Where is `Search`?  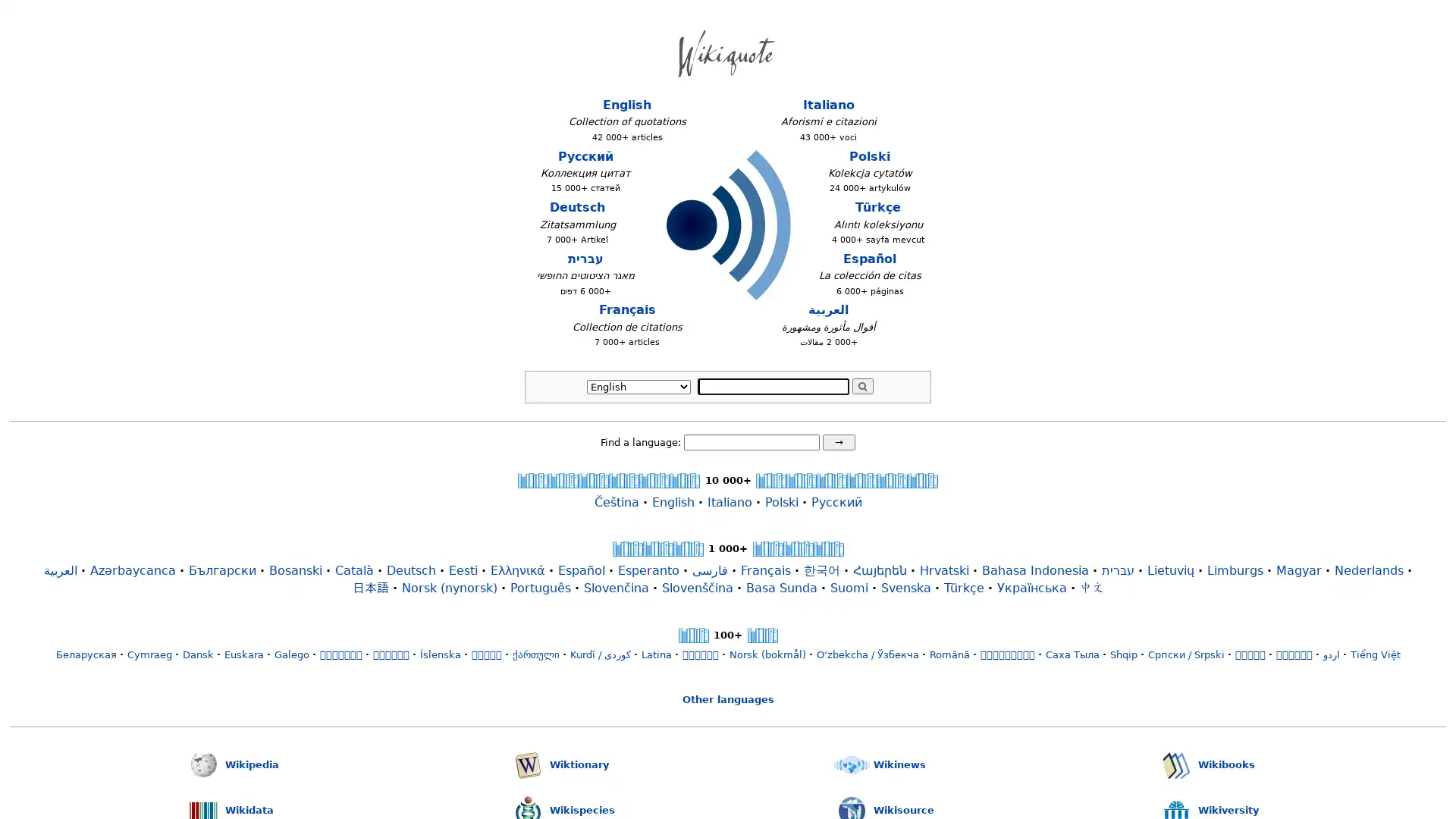
Search is located at coordinates (862, 385).